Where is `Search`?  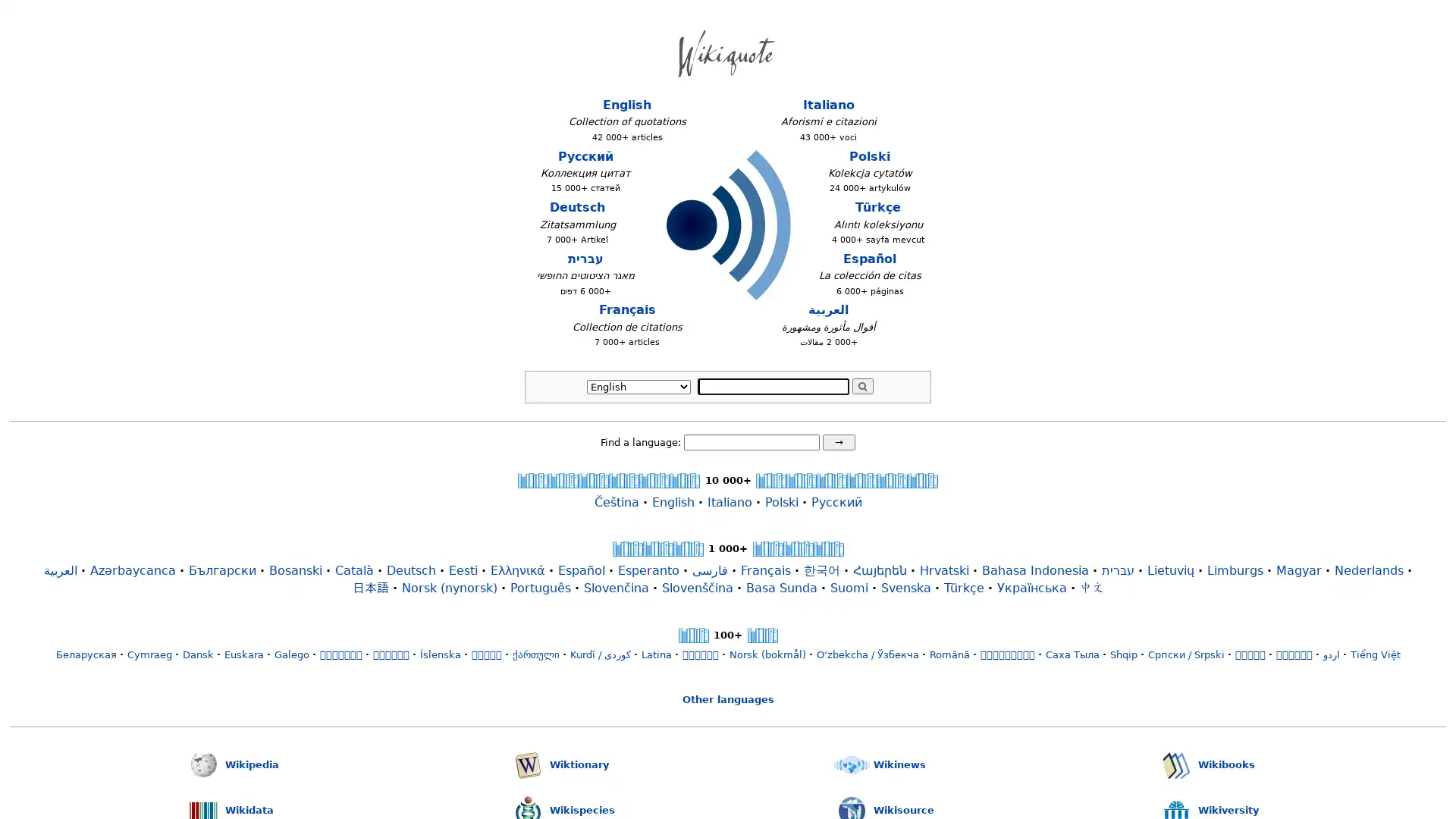
Search is located at coordinates (862, 385).